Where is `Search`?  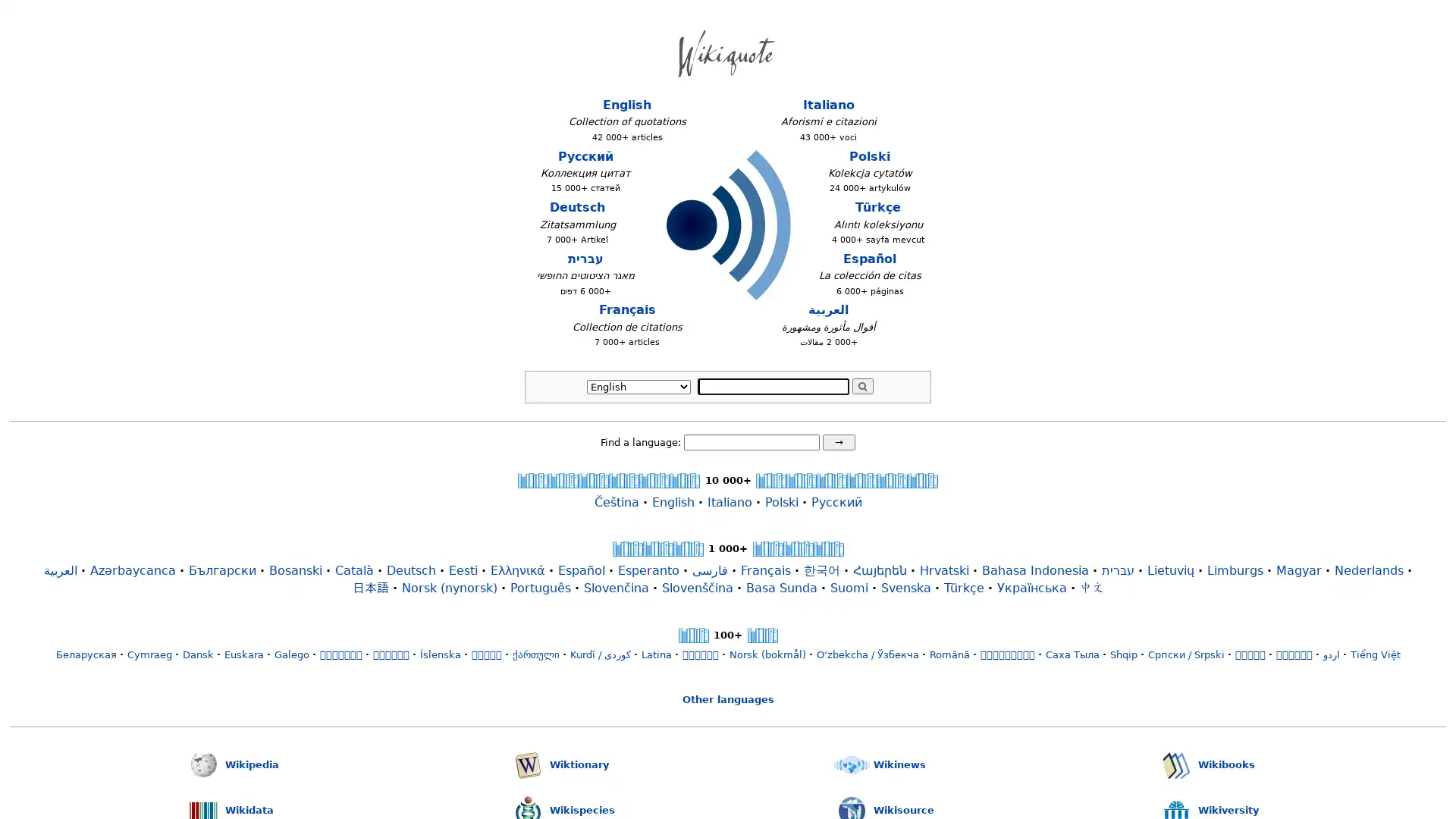
Search is located at coordinates (862, 385).